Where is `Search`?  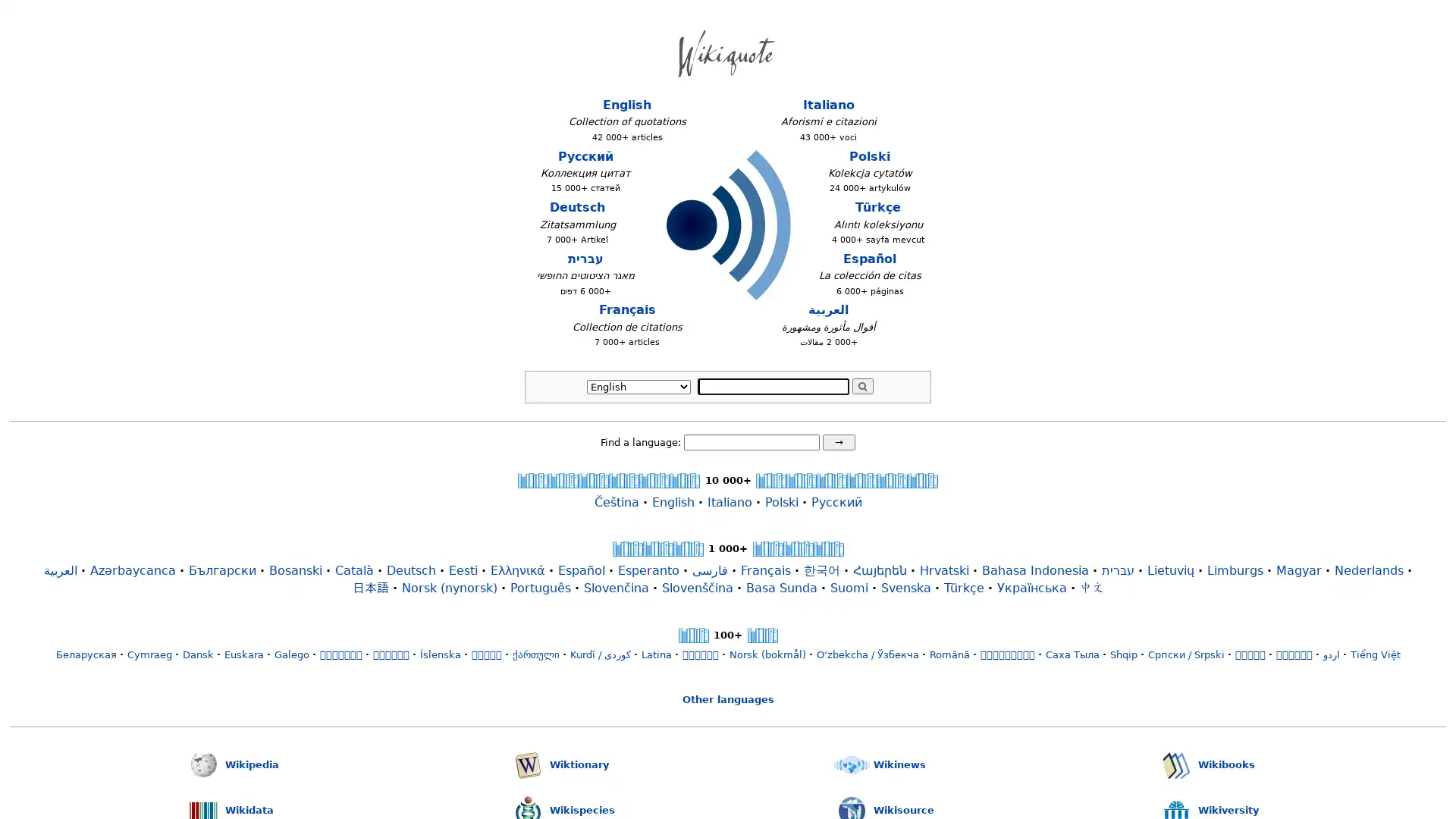
Search is located at coordinates (862, 385).